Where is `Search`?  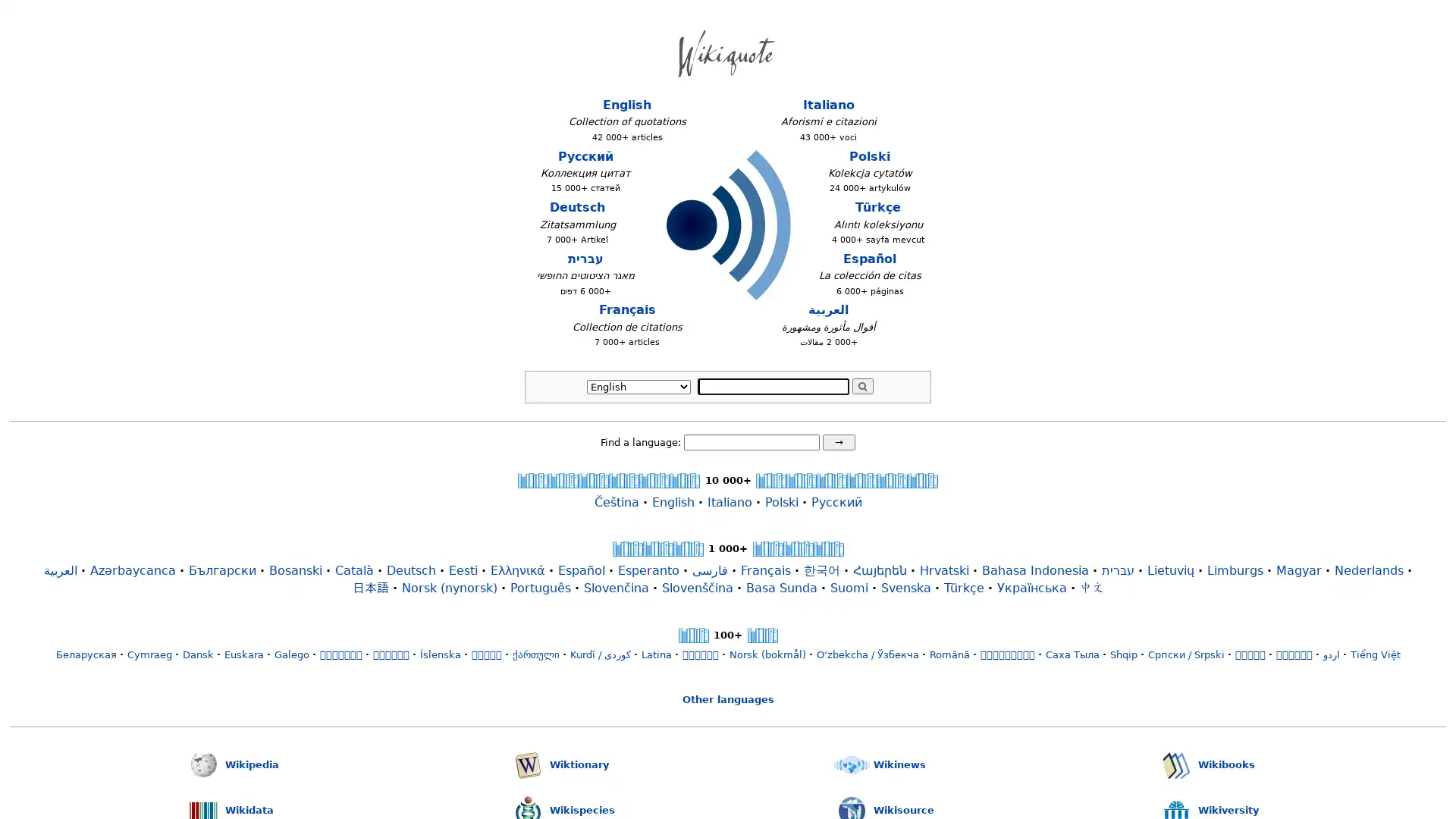
Search is located at coordinates (862, 385).